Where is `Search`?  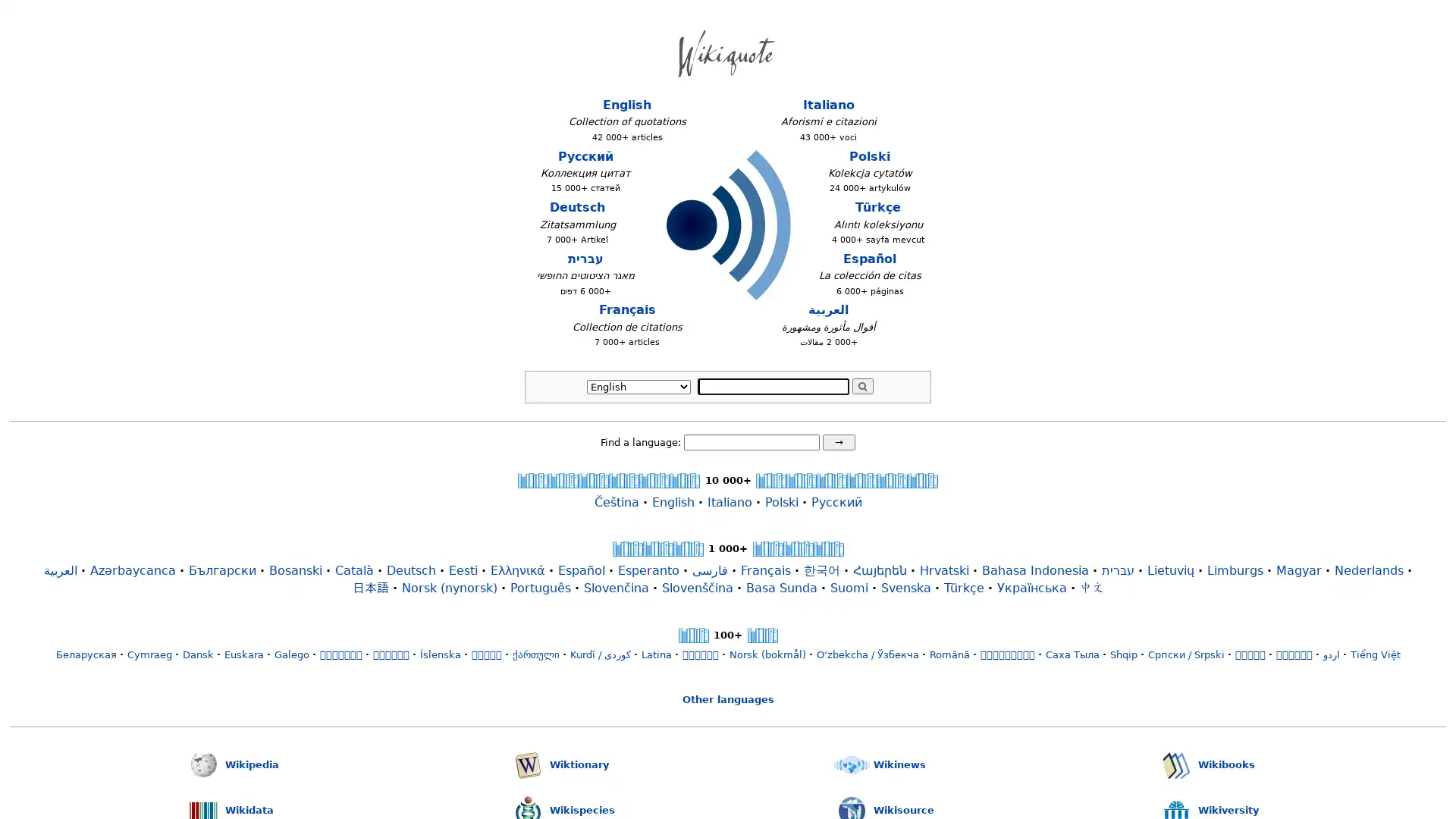
Search is located at coordinates (862, 385).